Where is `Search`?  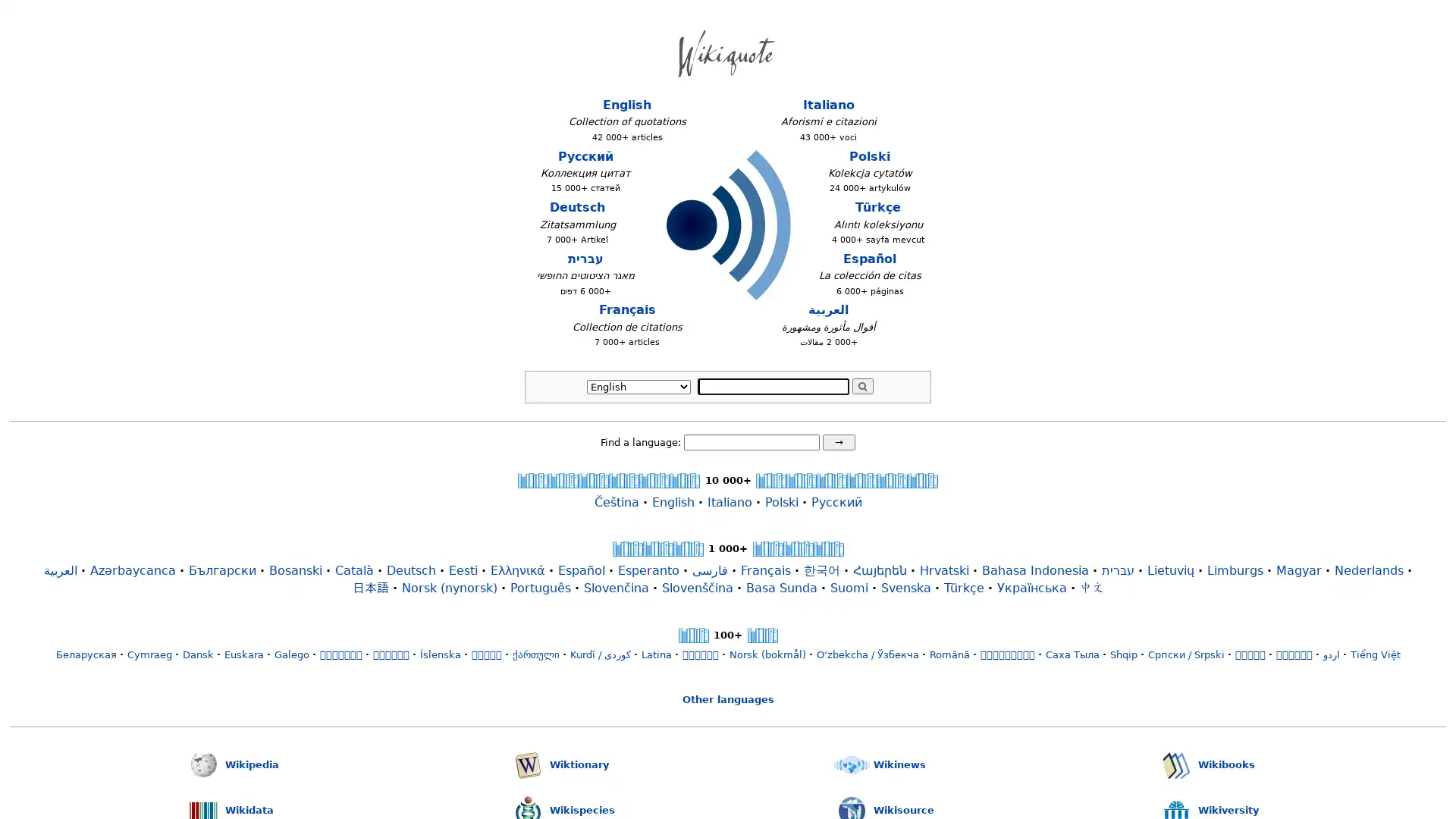
Search is located at coordinates (862, 385).